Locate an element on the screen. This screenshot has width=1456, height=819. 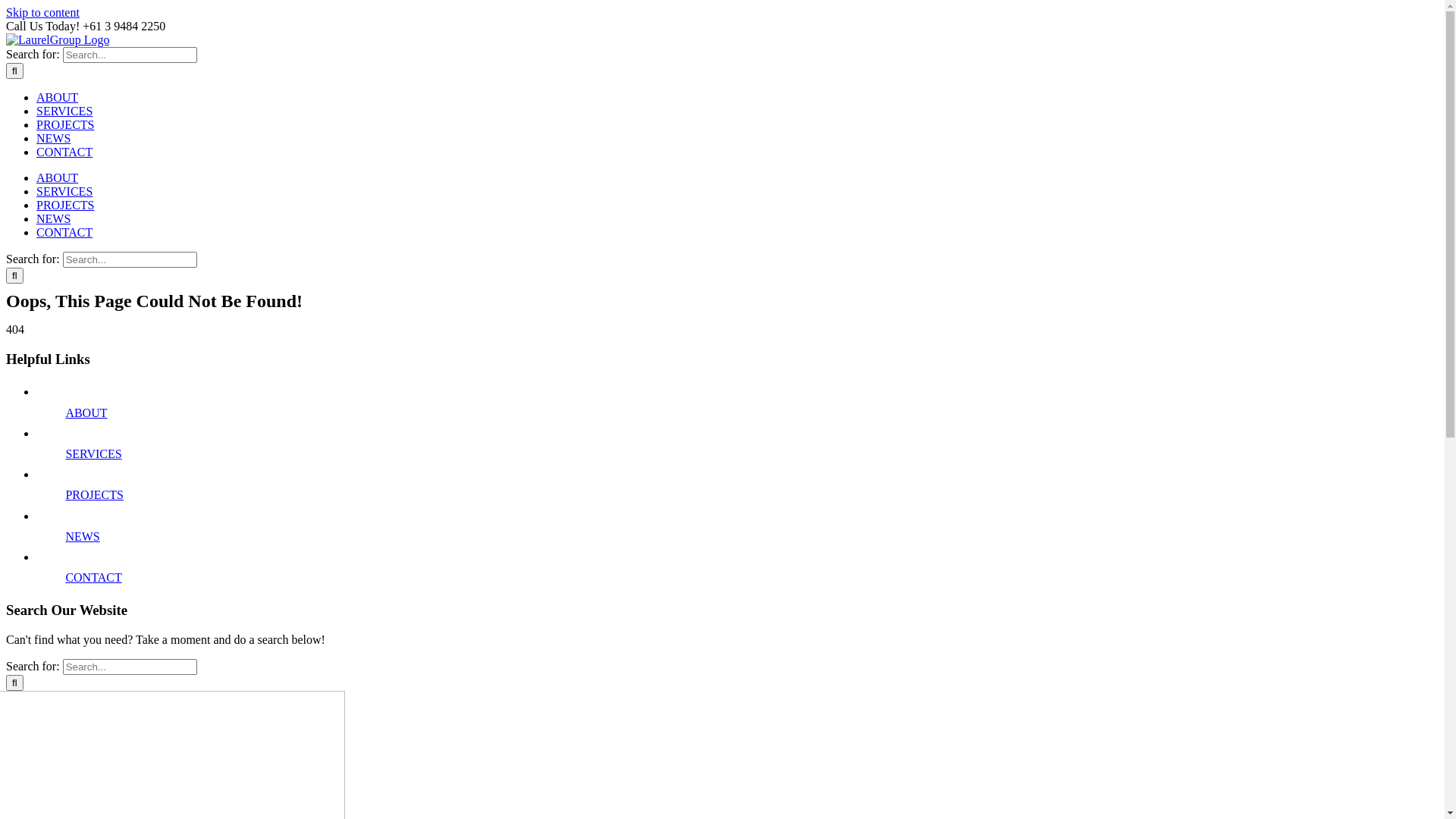
'NEWS' is located at coordinates (81, 535).